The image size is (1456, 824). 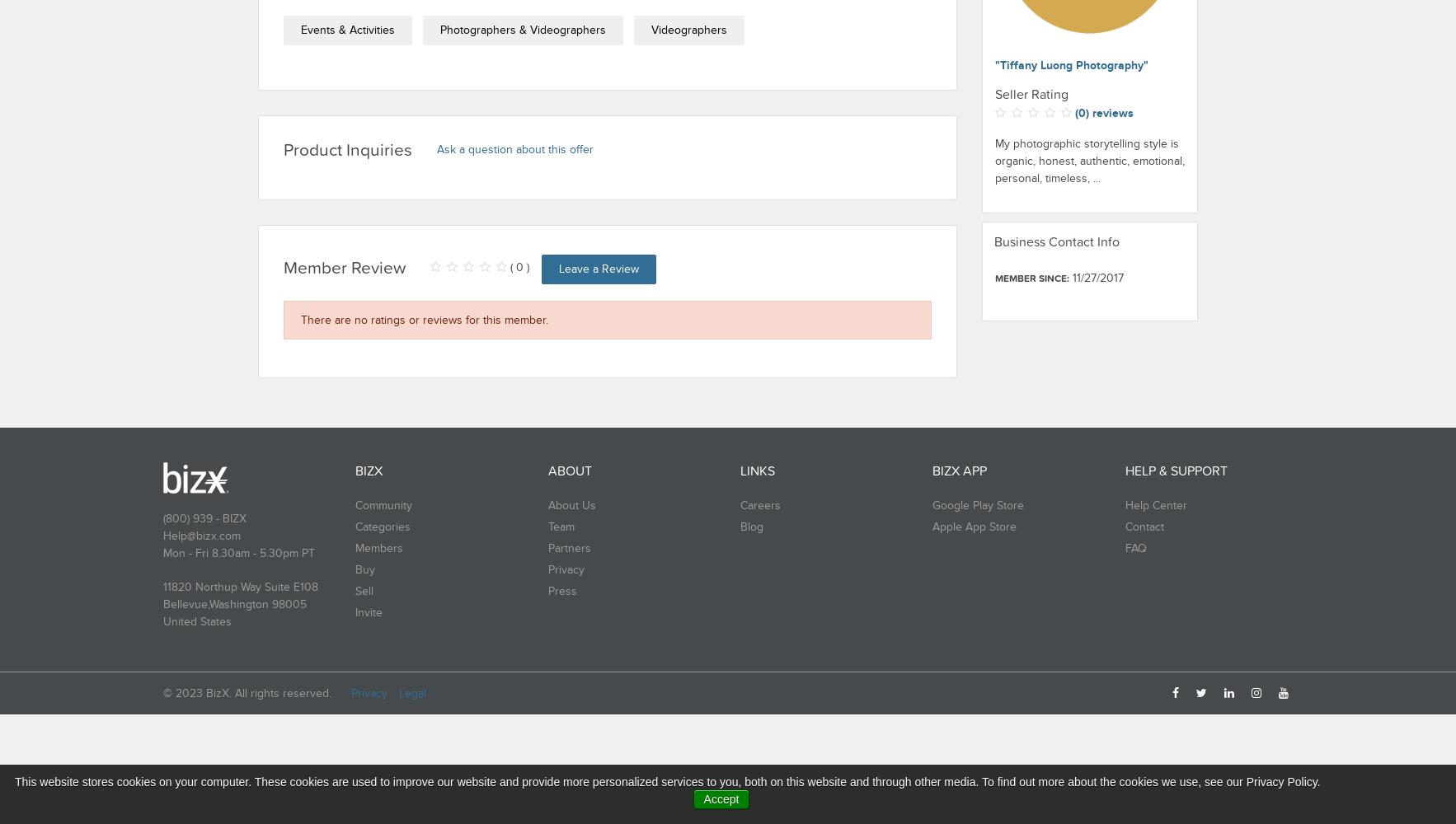 I want to click on '11820 Northup Way Suite E108 Bellevue,Washington 98005 United States', so click(x=239, y=603).